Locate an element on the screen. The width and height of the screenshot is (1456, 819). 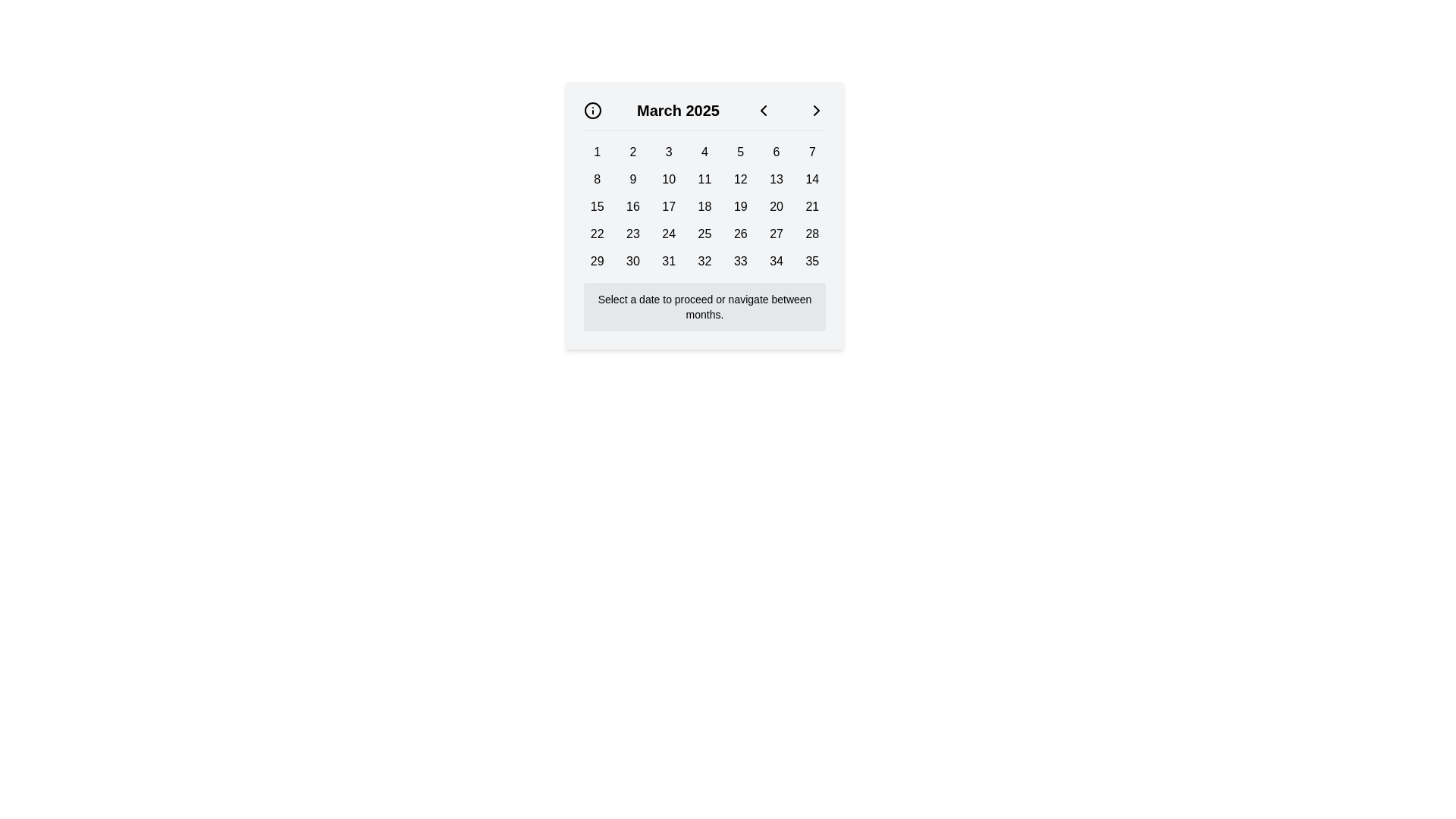
the button representing the day '28' is located at coordinates (811, 234).